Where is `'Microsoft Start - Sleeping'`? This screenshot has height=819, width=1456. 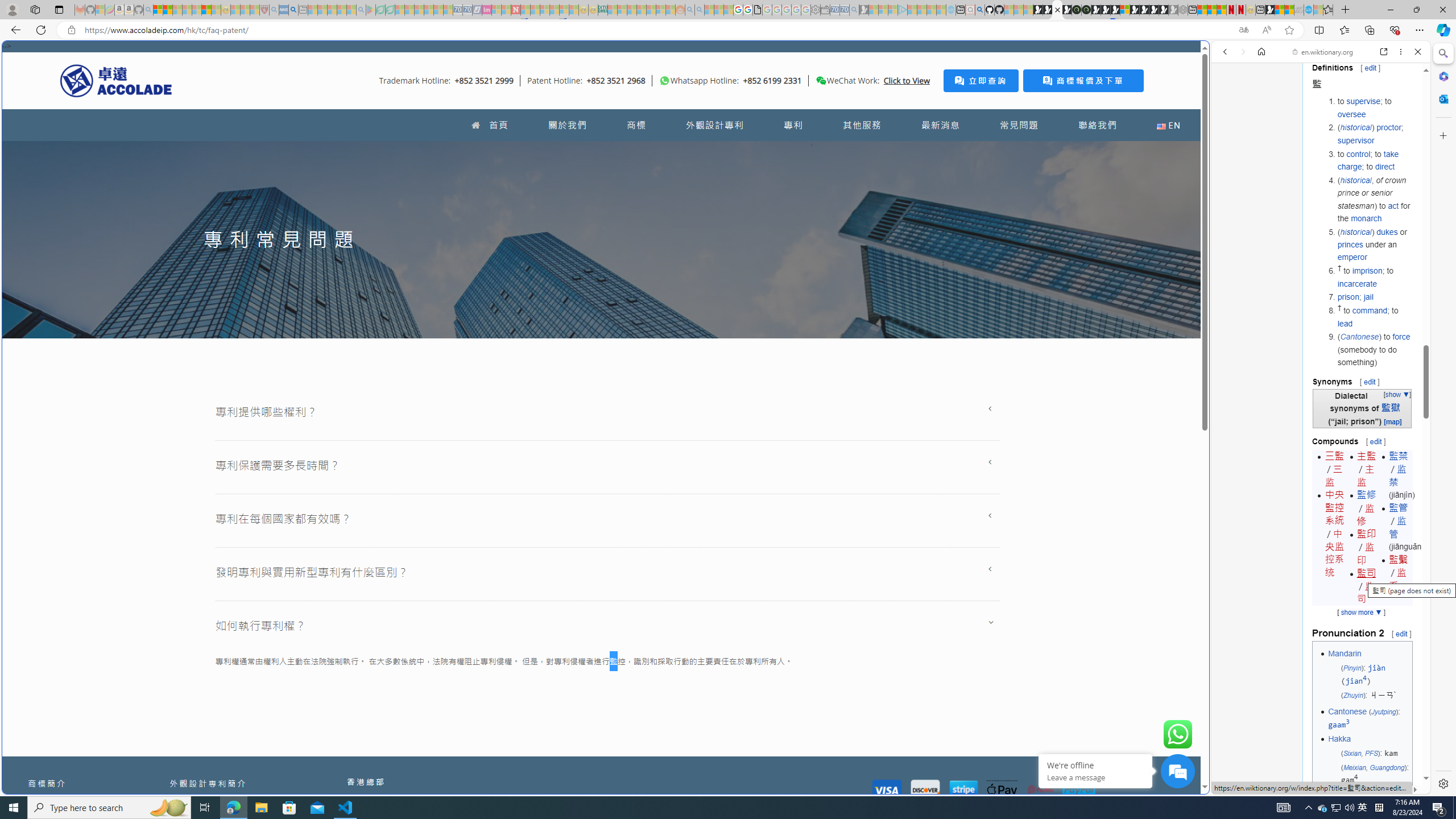 'Microsoft Start - Sleeping' is located at coordinates (930, 9).